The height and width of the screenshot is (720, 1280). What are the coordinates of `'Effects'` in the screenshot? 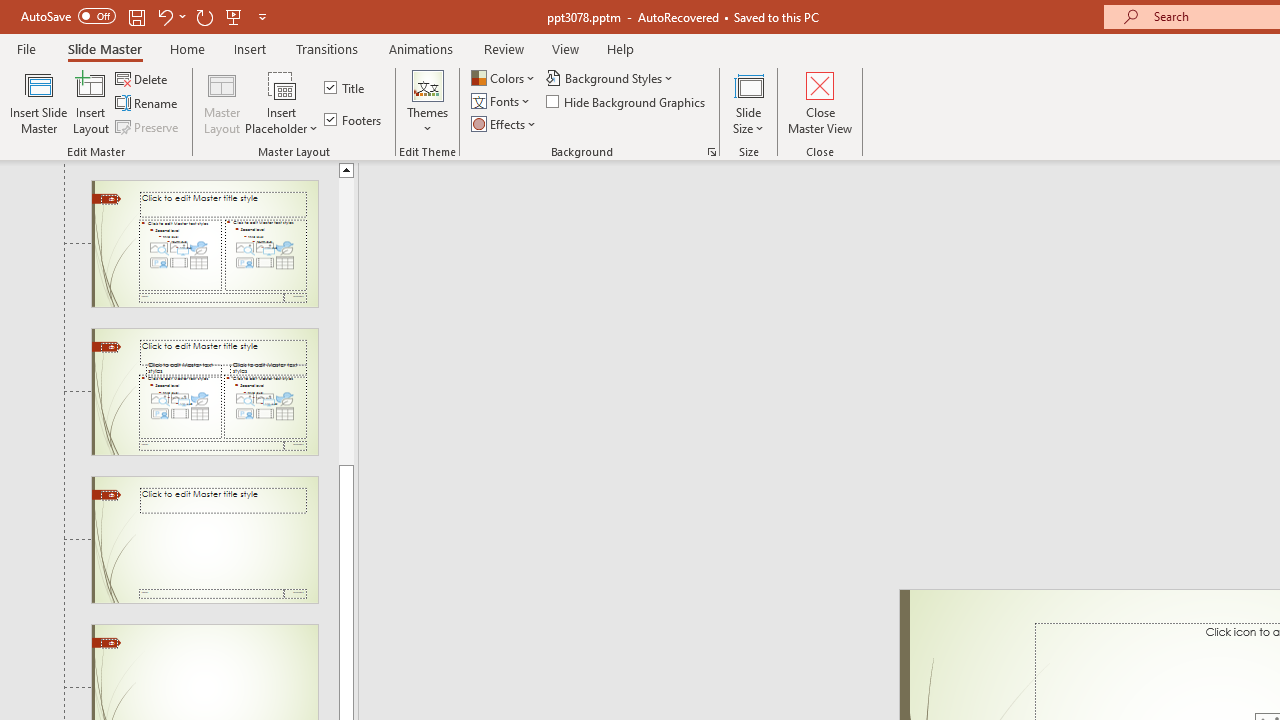 It's located at (505, 124).